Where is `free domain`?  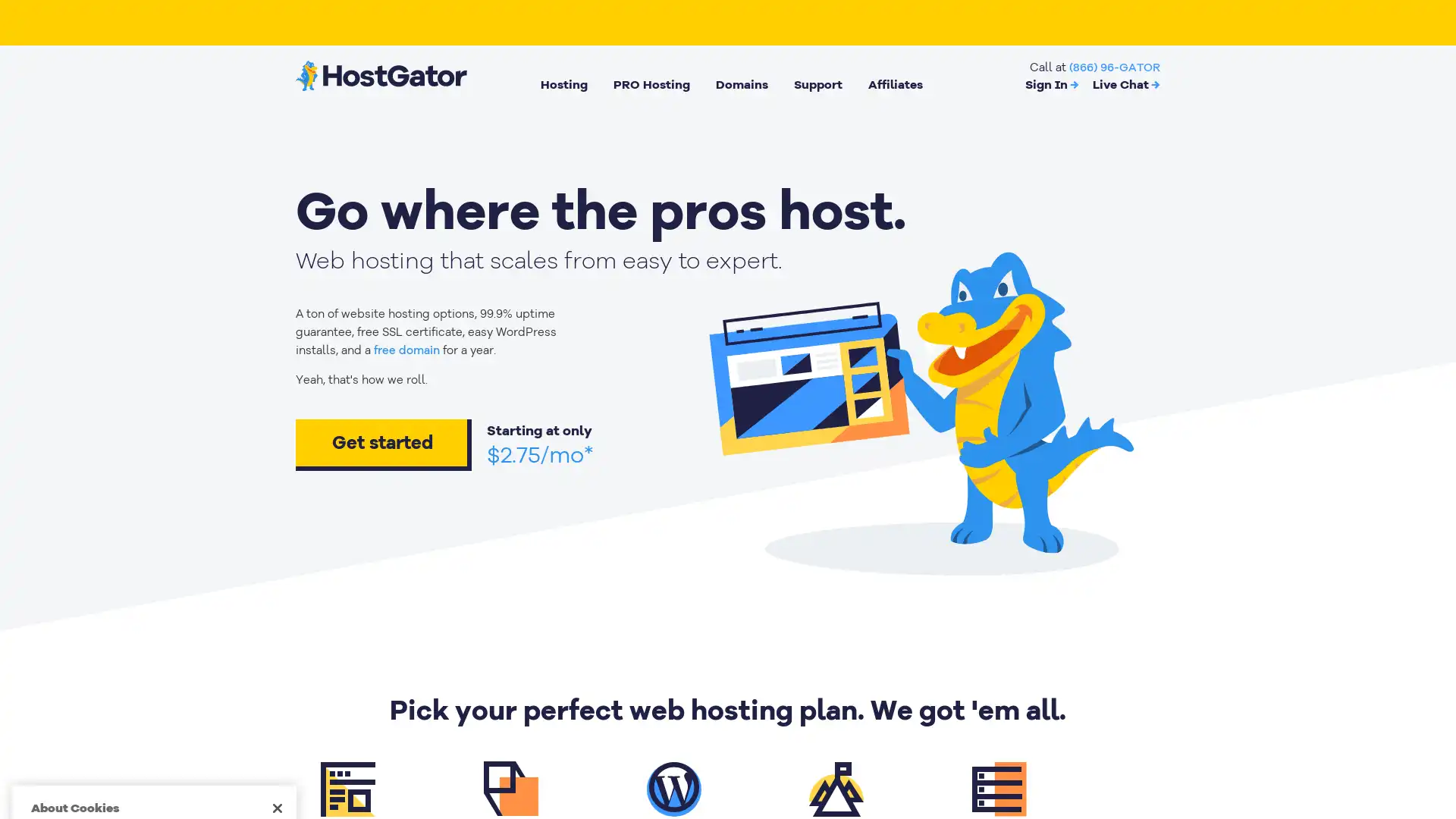
free domain is located at coordinates (406, 350).